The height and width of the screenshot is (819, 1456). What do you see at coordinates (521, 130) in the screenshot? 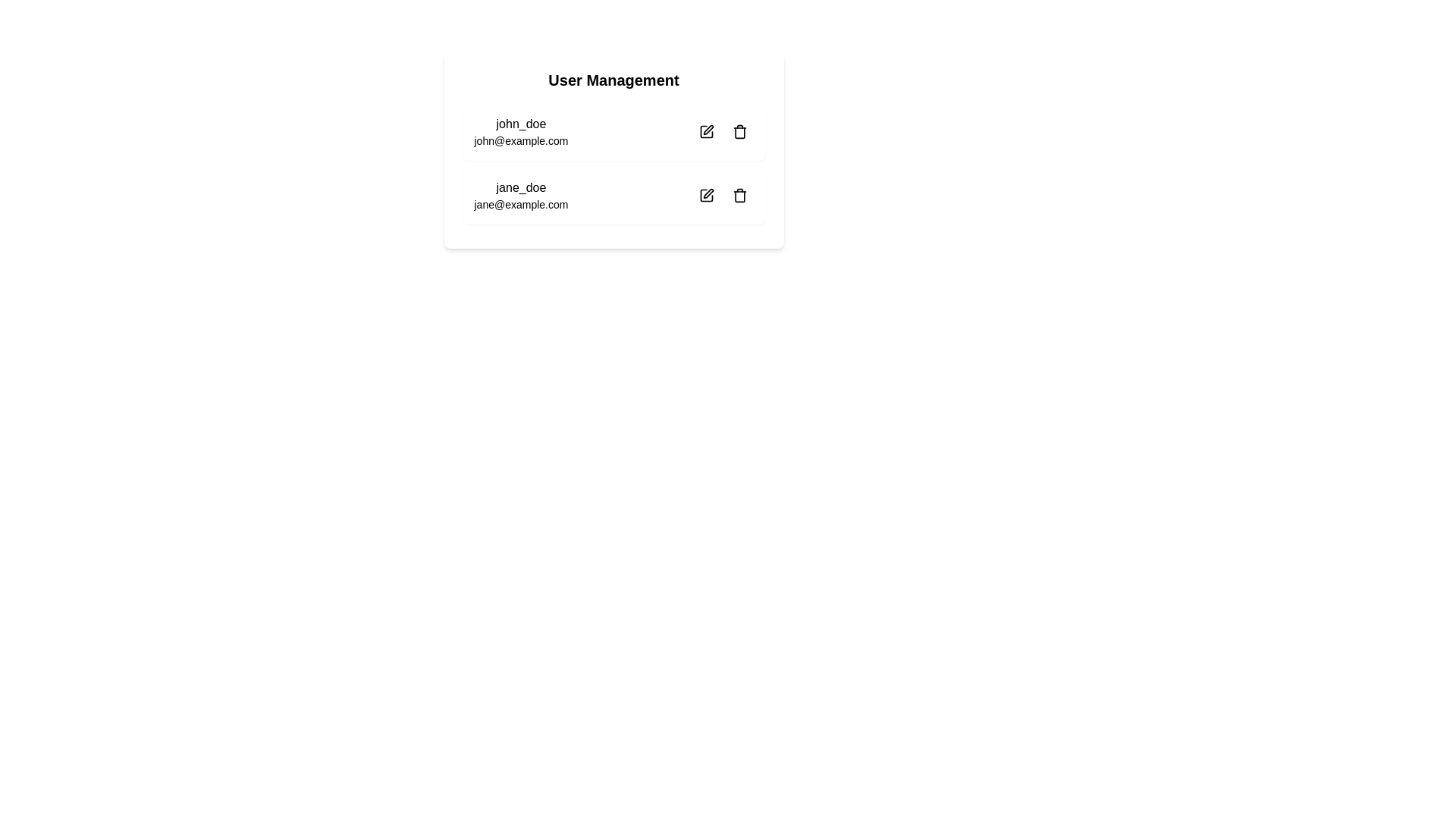
I see `on the username label 'john_doe' displayed in bold font at the top of the user management card` at bounding box center [521, 130].